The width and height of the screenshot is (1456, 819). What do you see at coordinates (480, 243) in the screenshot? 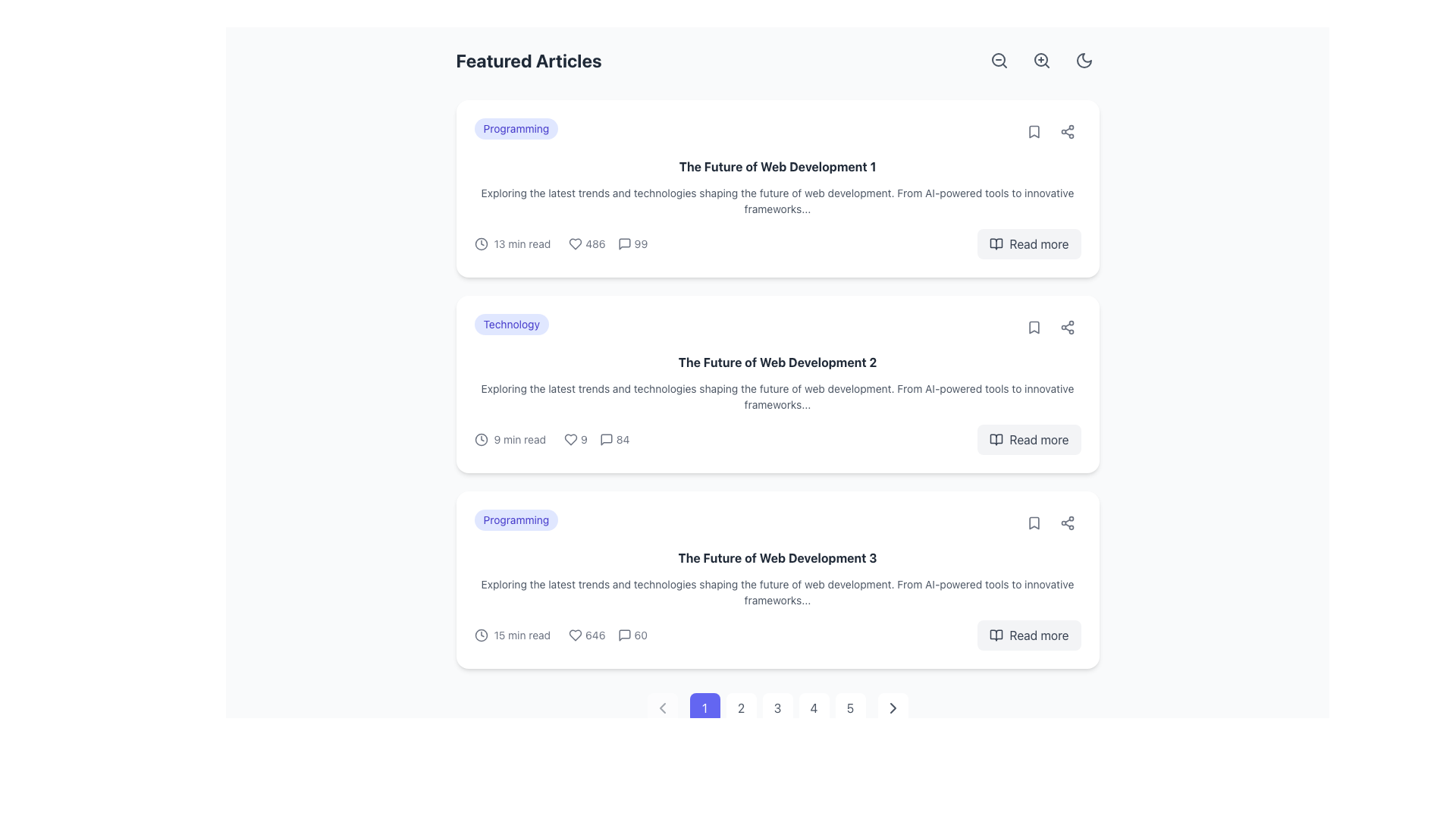
I see `the small circular clock icon with a thin outline and clock hands, located next to the '13 min read' text in the top article card` at bounding box center [480, 243].